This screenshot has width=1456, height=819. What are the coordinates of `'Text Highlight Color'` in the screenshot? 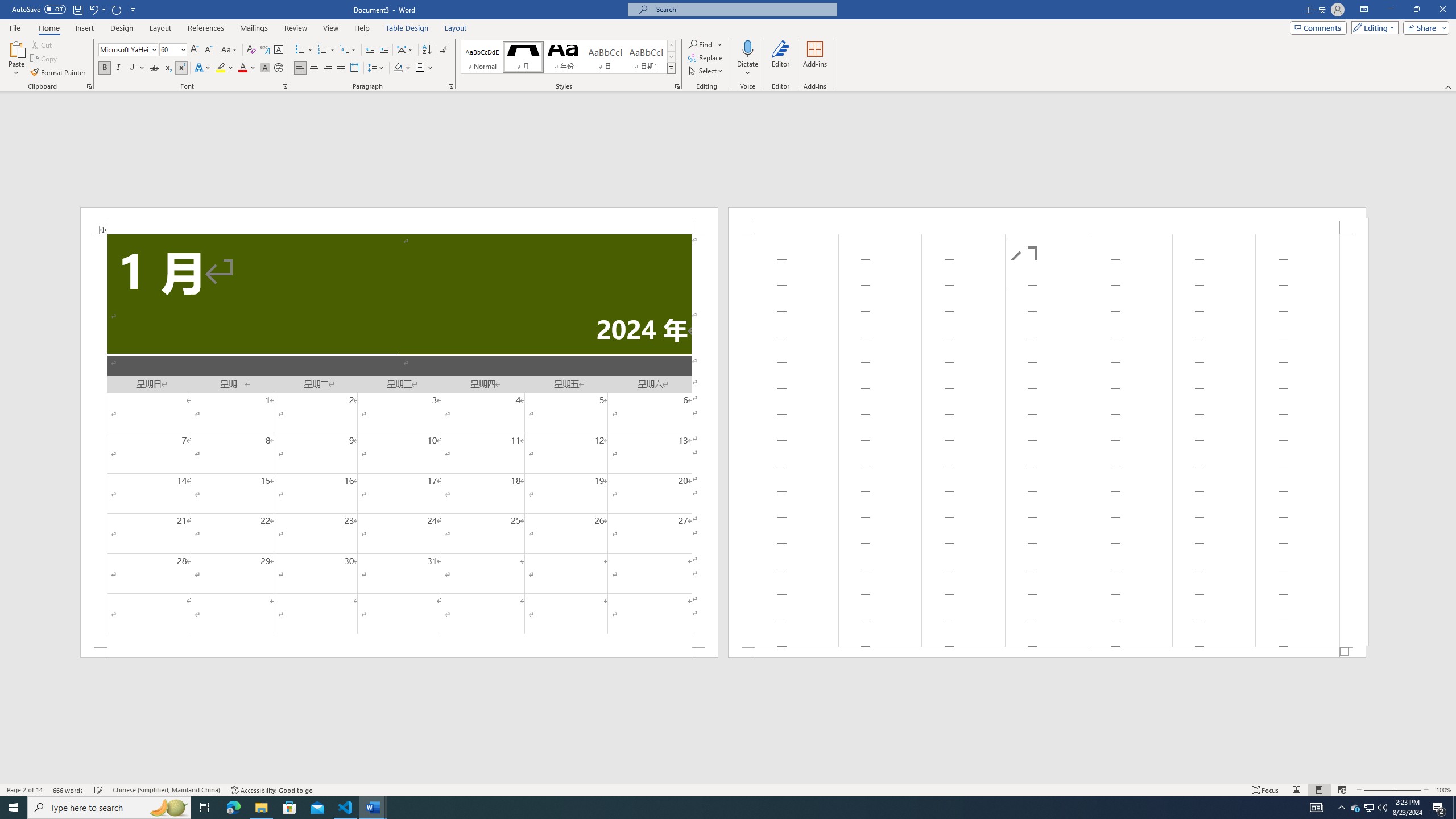 It's located at (225, 67).